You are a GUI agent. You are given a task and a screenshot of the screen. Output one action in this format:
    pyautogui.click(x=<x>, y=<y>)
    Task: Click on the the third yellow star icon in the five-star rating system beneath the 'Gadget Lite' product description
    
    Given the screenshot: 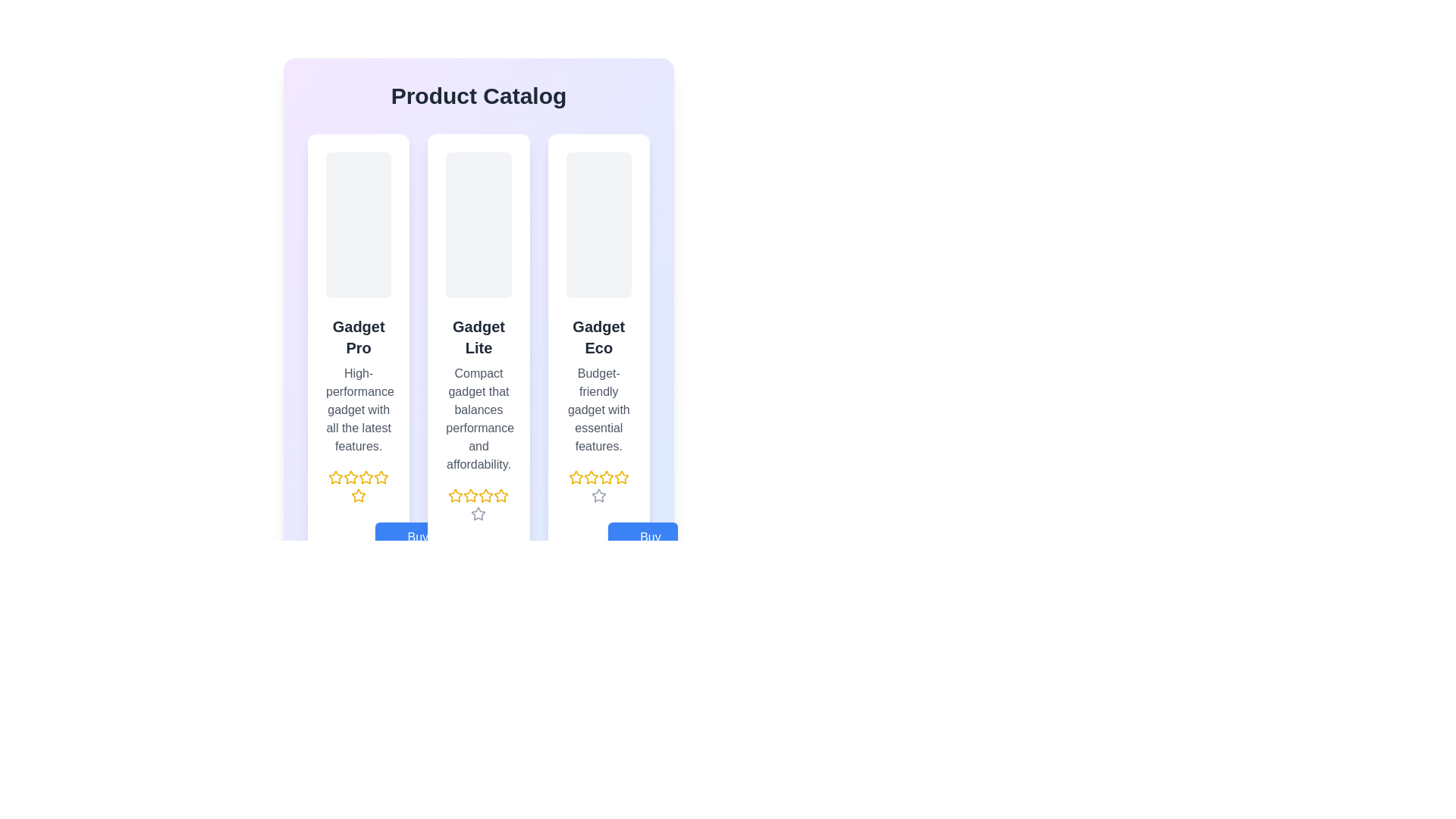 What is the action you would take?
    pyautogui.click(x=486, y=495)
    